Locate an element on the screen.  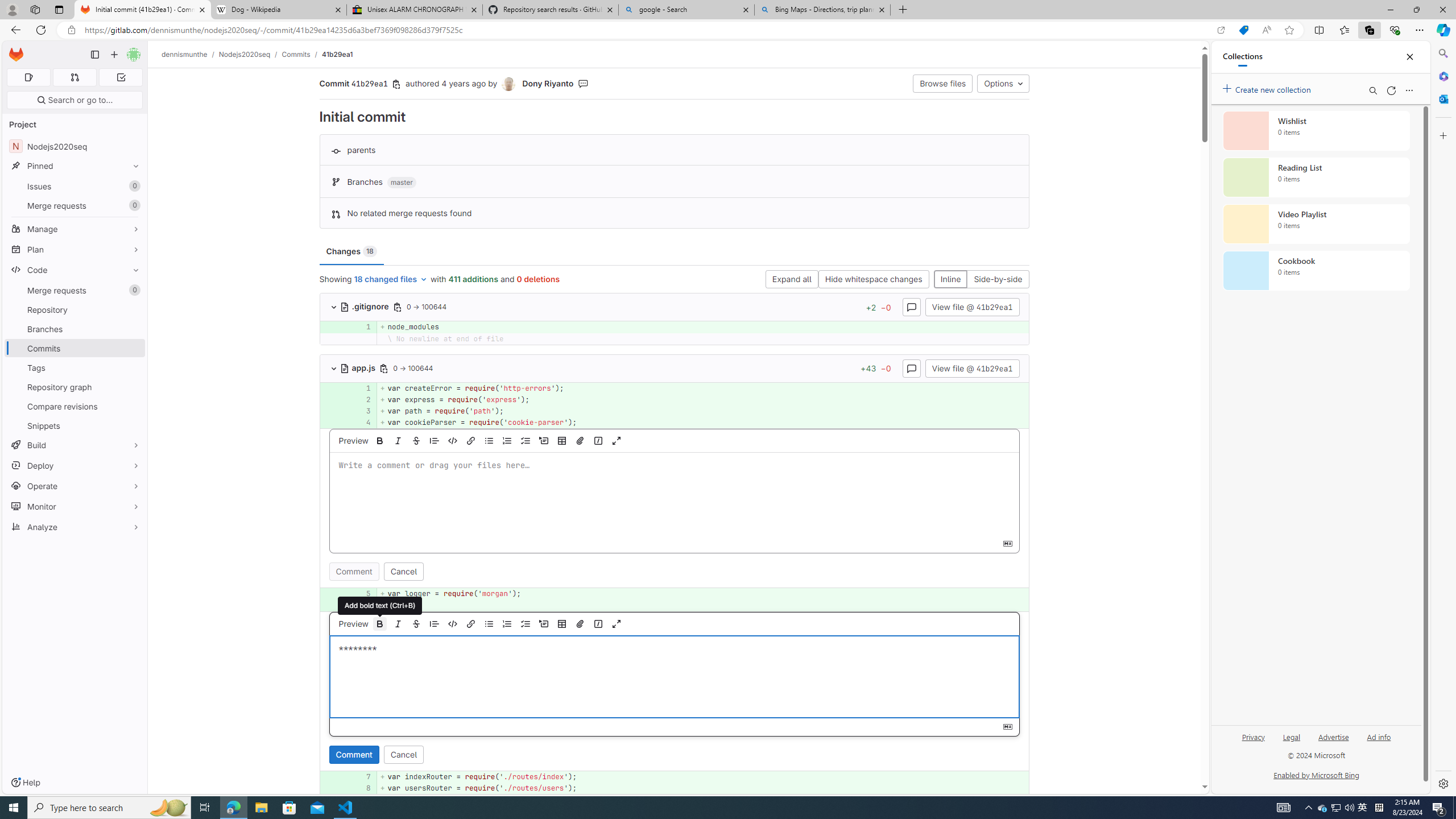
'Shopping in Microsoft Edge' is located at coordinates (1243, 30).